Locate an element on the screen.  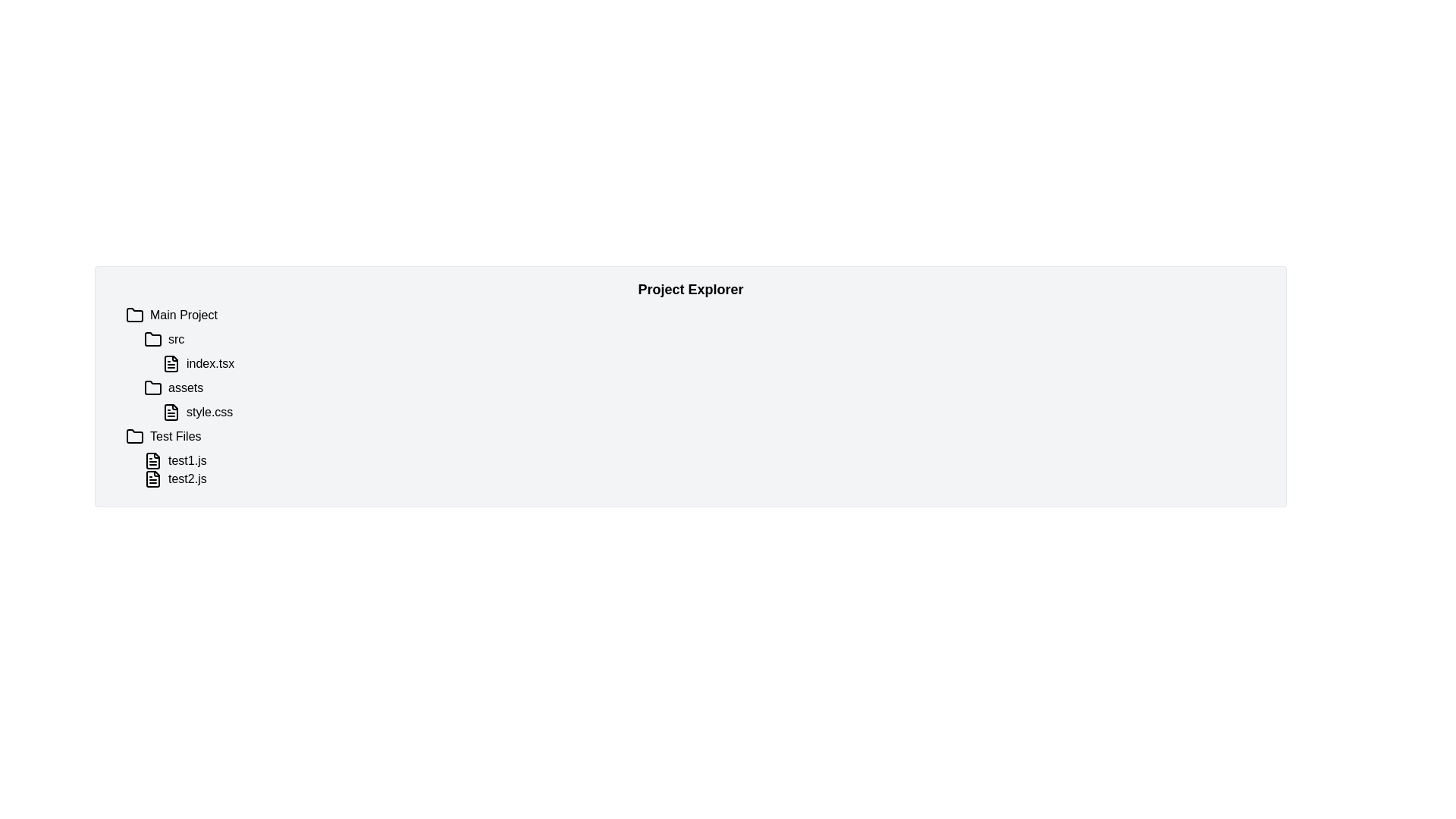
the 'style.css' text label with its associated icon in the file explorer is located at coordinates (209, 412).